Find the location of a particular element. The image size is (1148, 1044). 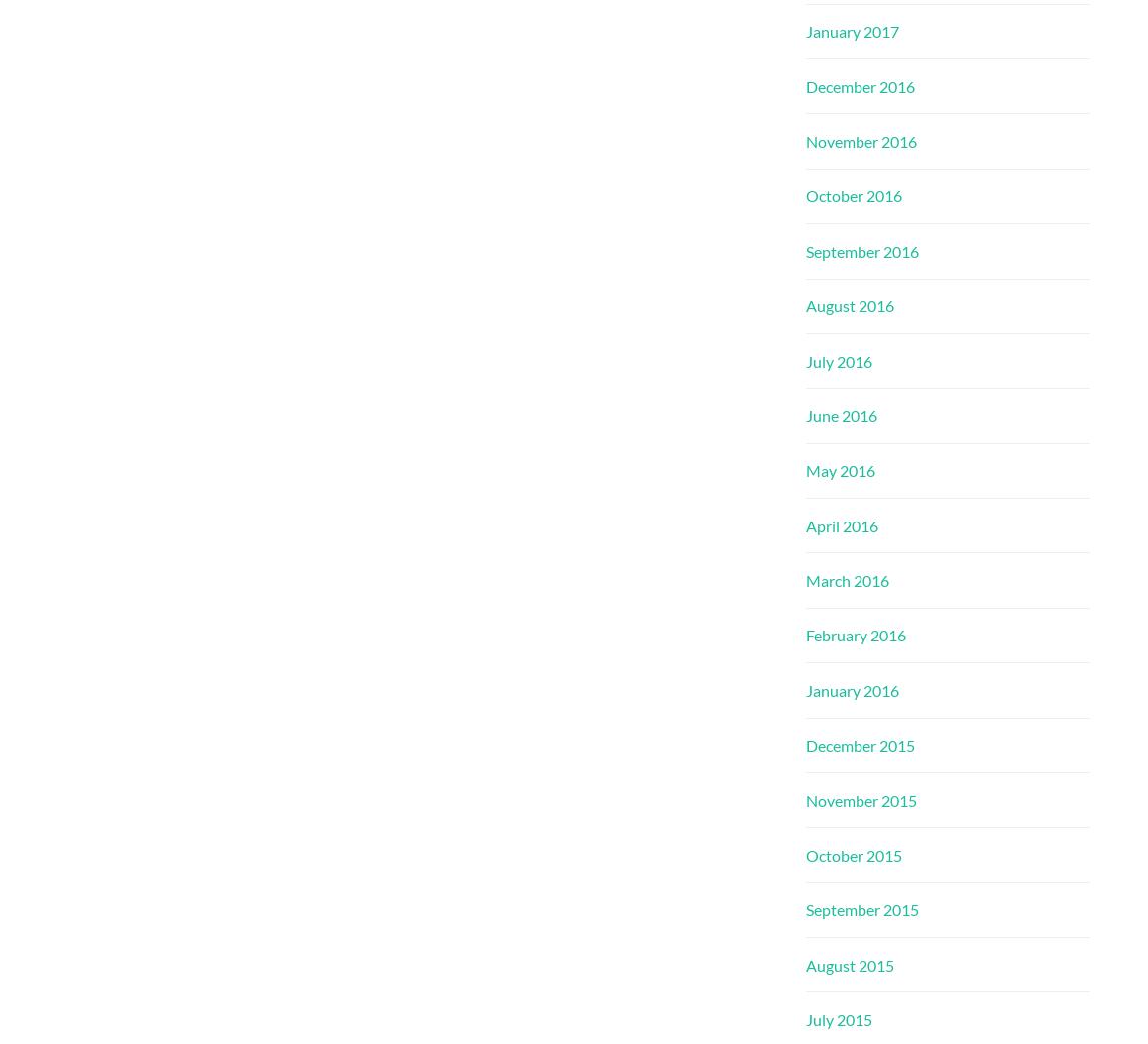

'April 2016' is located at coordinates (841, 523).